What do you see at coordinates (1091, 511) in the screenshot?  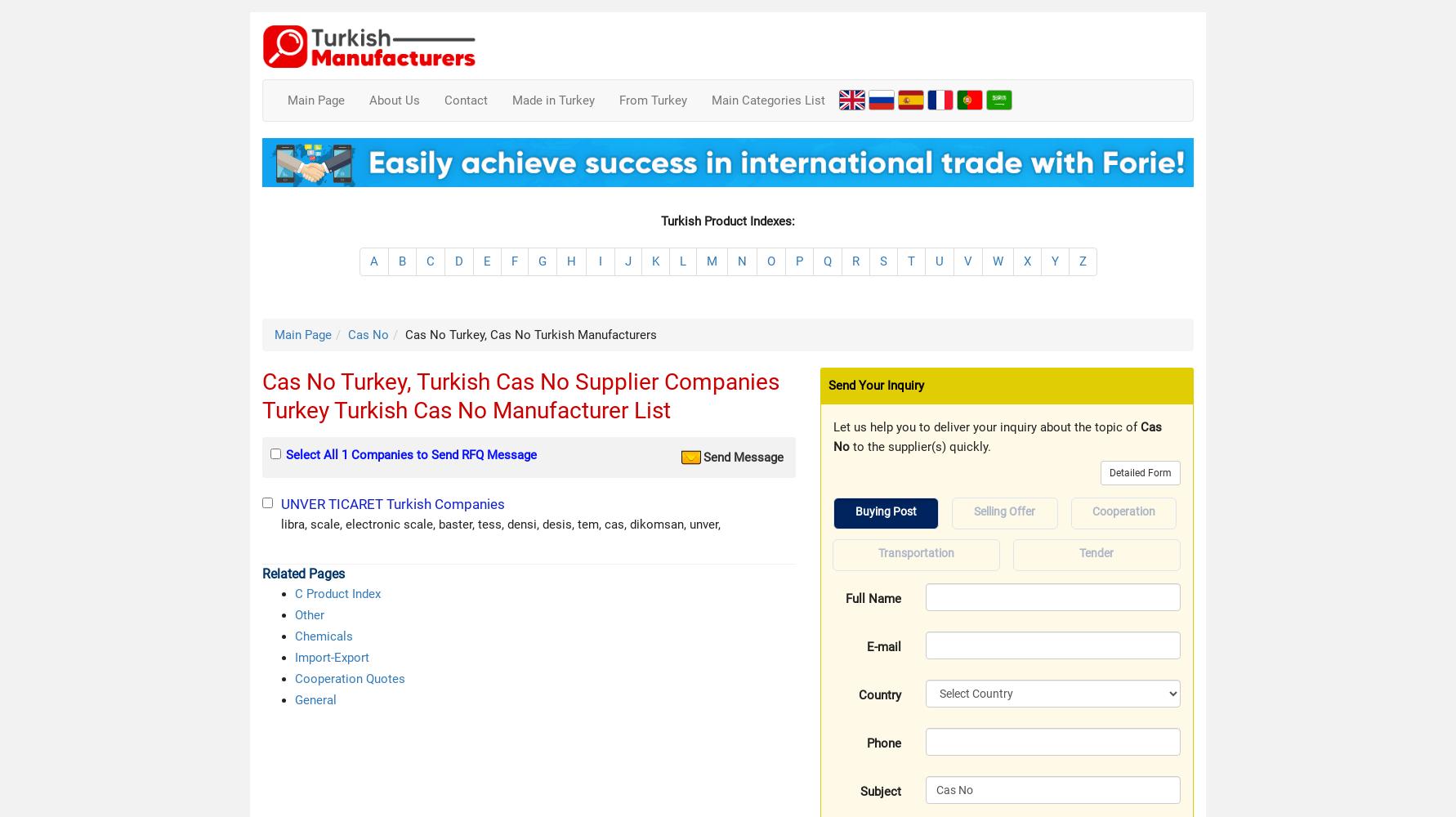 I see `'Cooperation'` at bounding box center [1091, 511].